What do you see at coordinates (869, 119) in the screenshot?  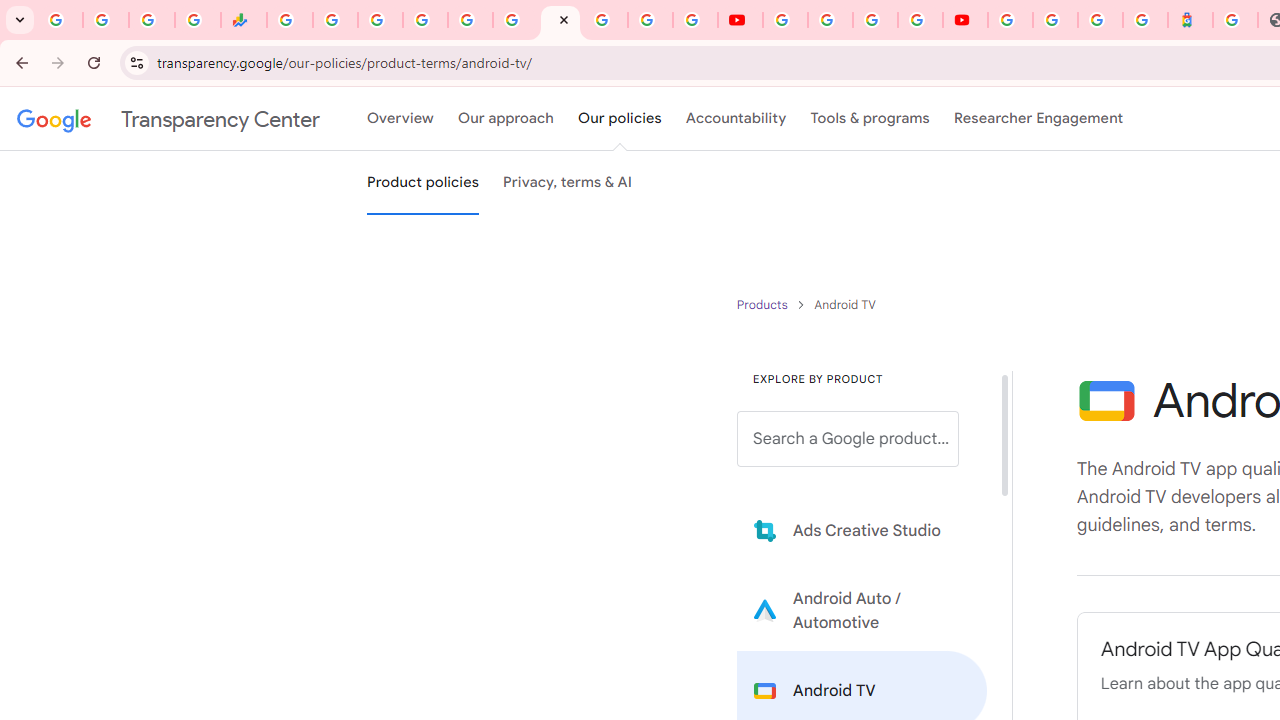 I see `'Tools & programs'` at bounding box center [869, 119].